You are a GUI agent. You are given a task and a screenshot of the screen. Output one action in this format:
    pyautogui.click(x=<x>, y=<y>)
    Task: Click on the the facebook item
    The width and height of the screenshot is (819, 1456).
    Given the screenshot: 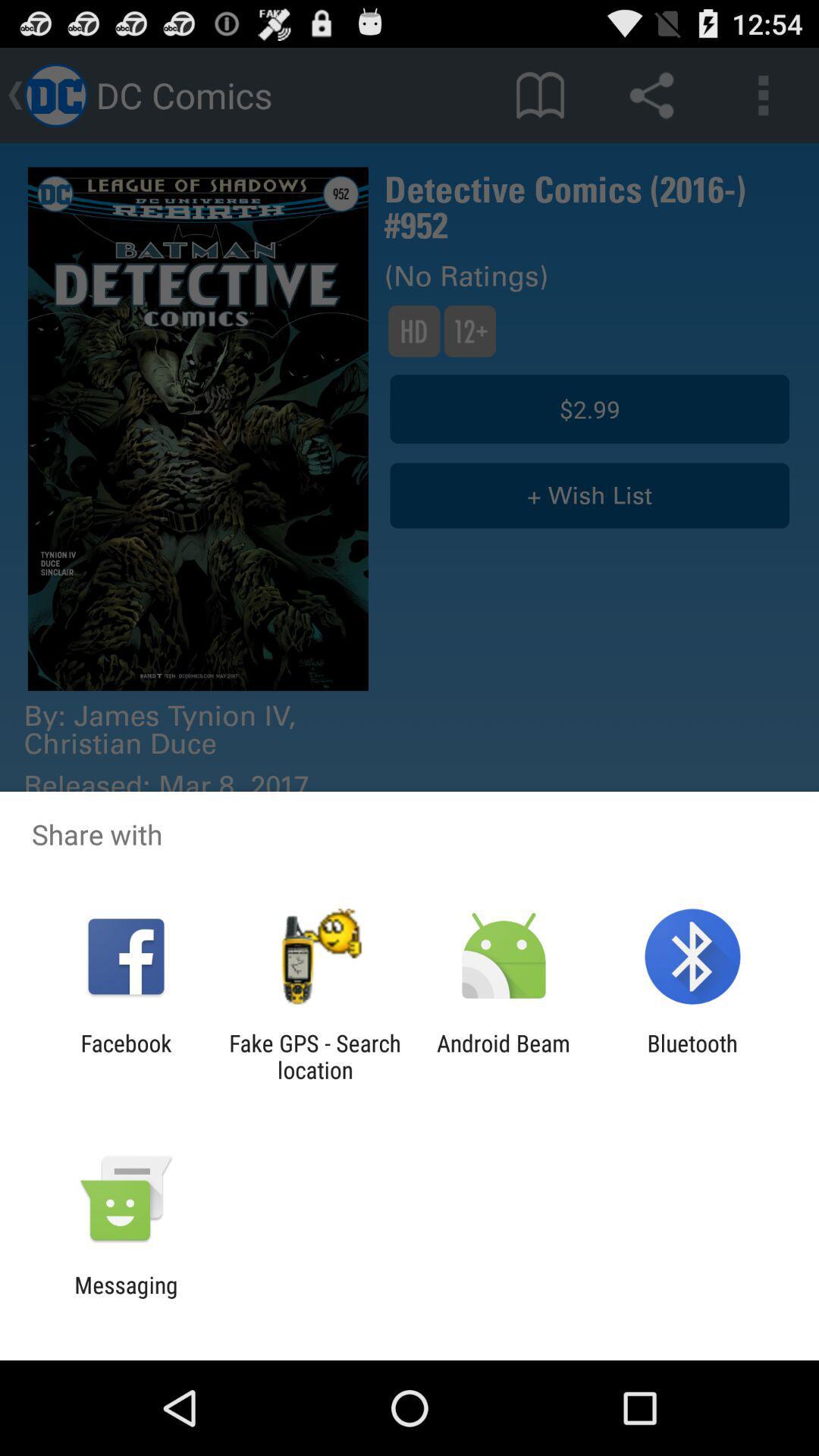 What is the action you would take?
    pyautogui.click(x=125, y=1056)
    